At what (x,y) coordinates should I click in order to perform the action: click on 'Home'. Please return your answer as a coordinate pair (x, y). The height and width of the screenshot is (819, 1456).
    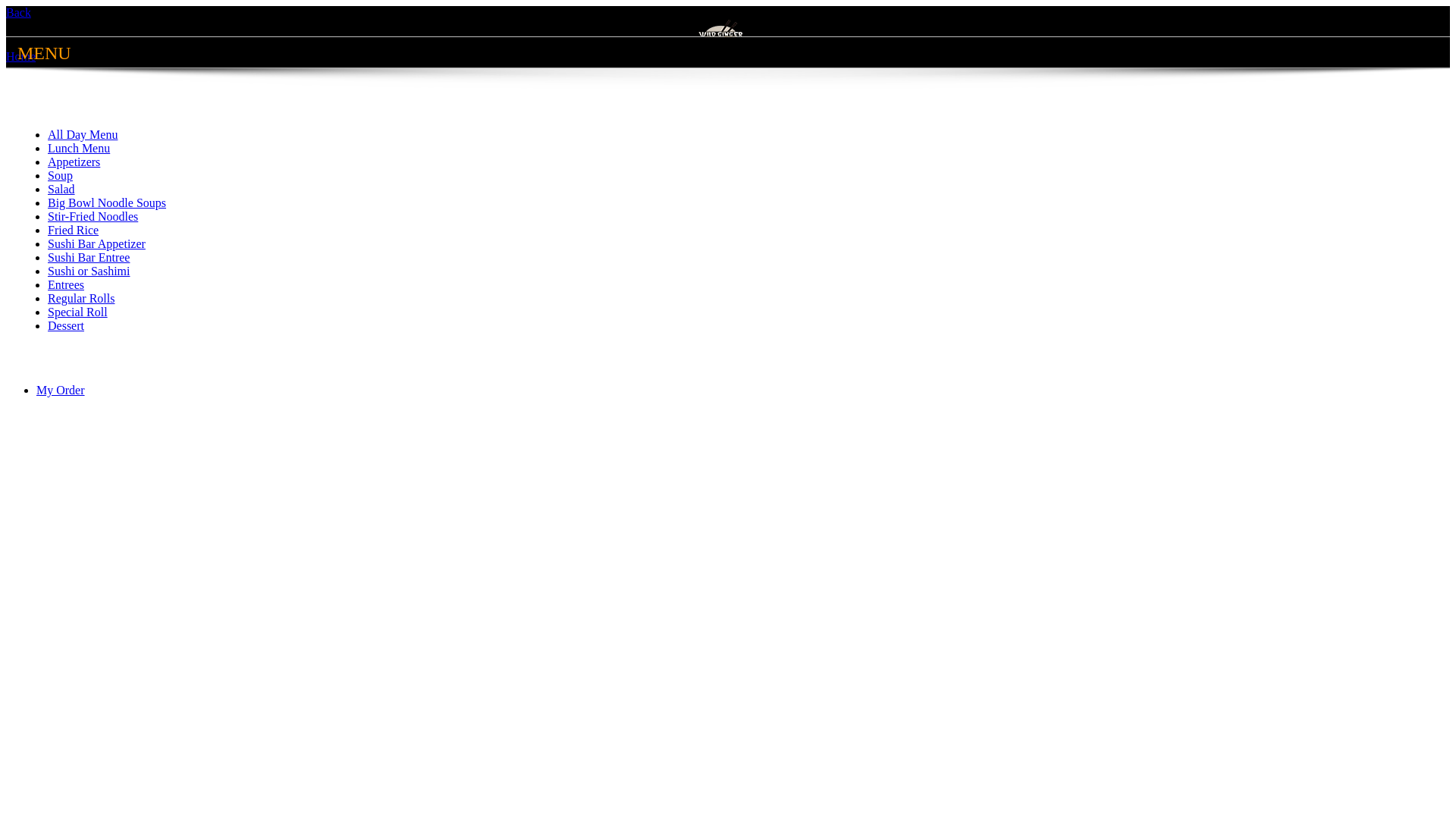
    Looking at the image, I should click on (20, 55).